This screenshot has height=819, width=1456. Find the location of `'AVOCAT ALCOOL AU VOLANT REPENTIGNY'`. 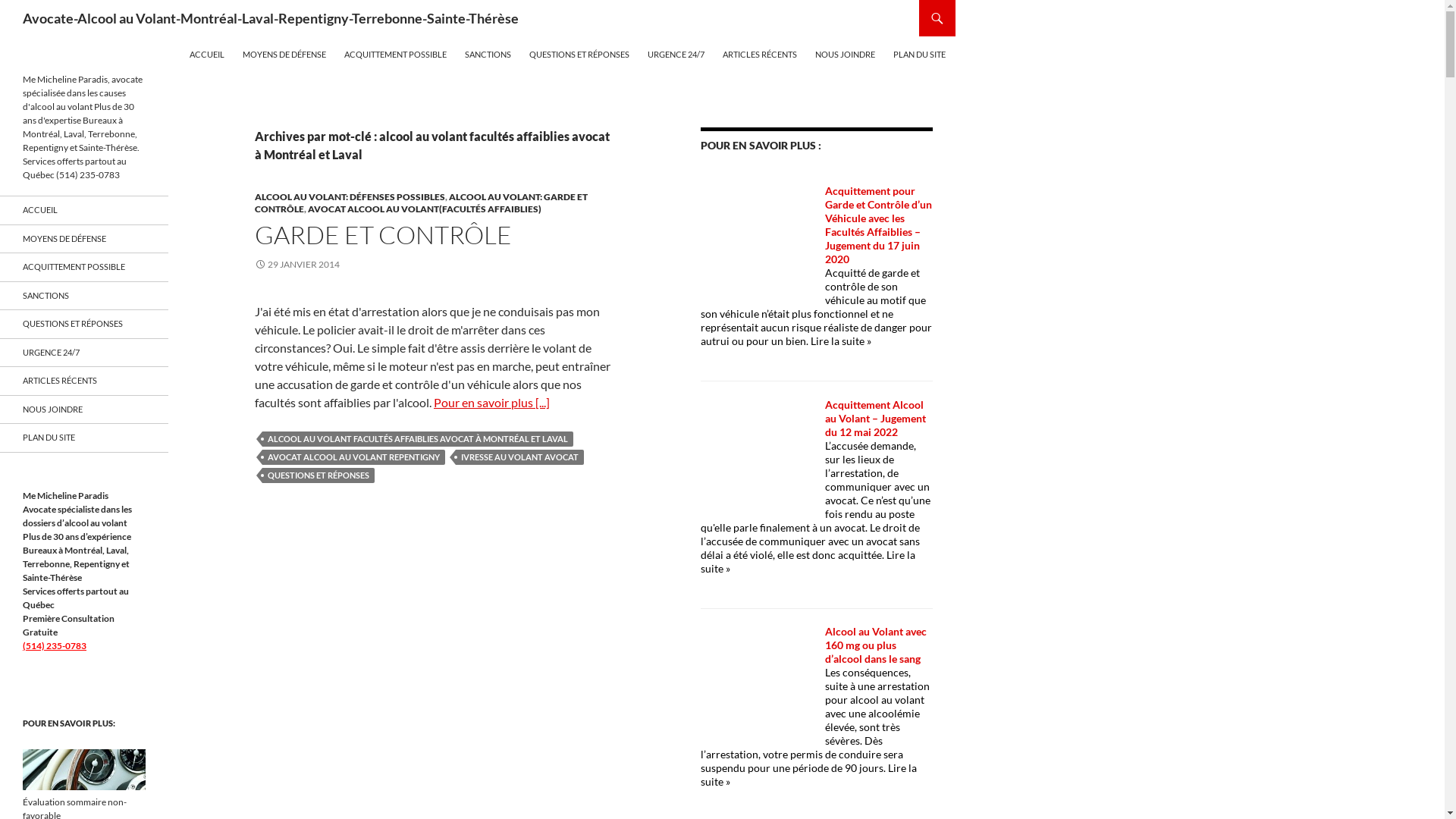

'AVOCAT ALCOOL AU VOLANT REPENTIGNY' is located at coordinates (353, 456).